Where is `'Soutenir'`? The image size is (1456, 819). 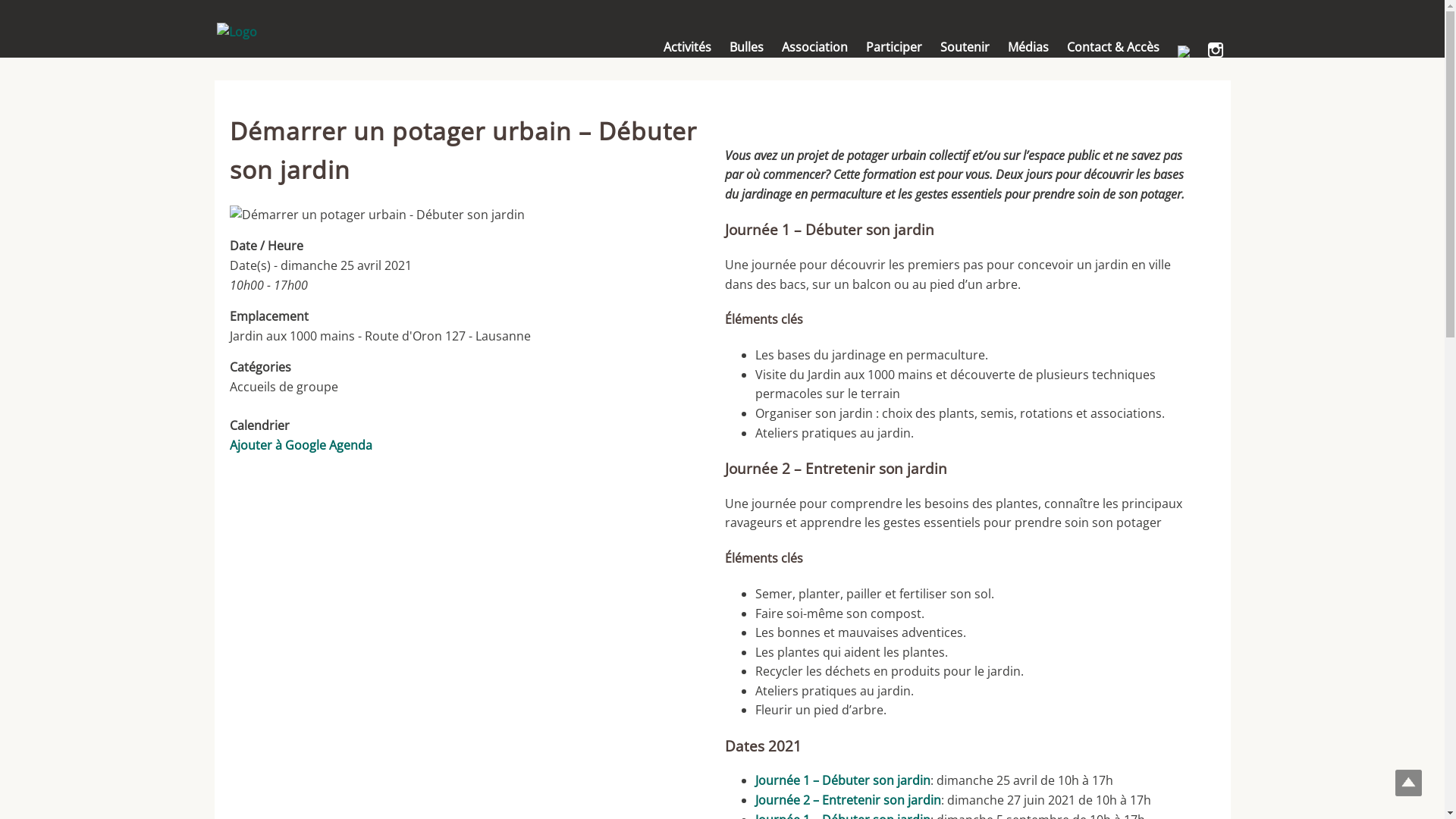 'Soutenir' is located at coordinates (964, 45).